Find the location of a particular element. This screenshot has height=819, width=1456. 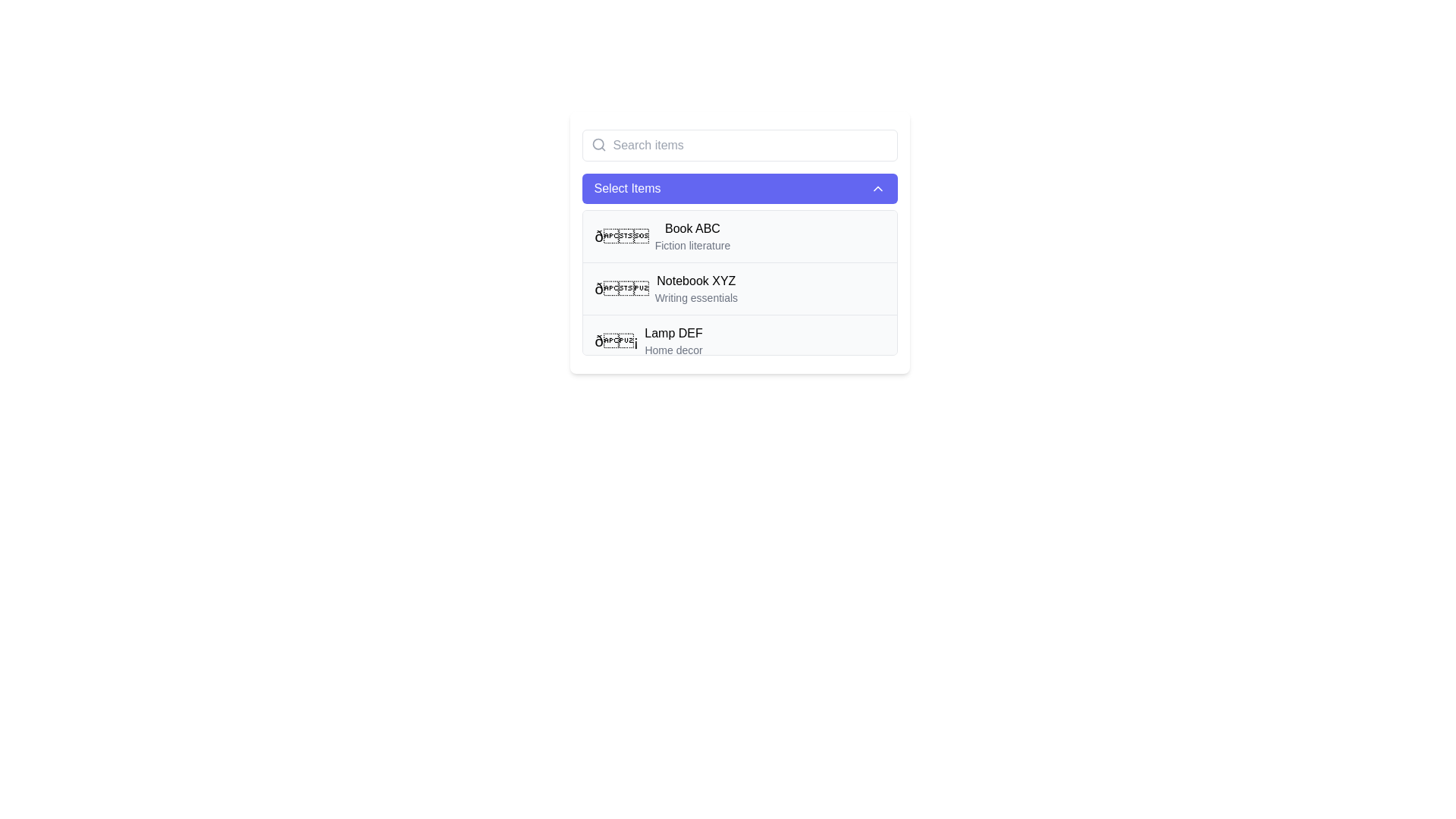

the list item titled 'Lamp DEF' with the subtitle 'Home decor' is located at coordinates (739, 340).